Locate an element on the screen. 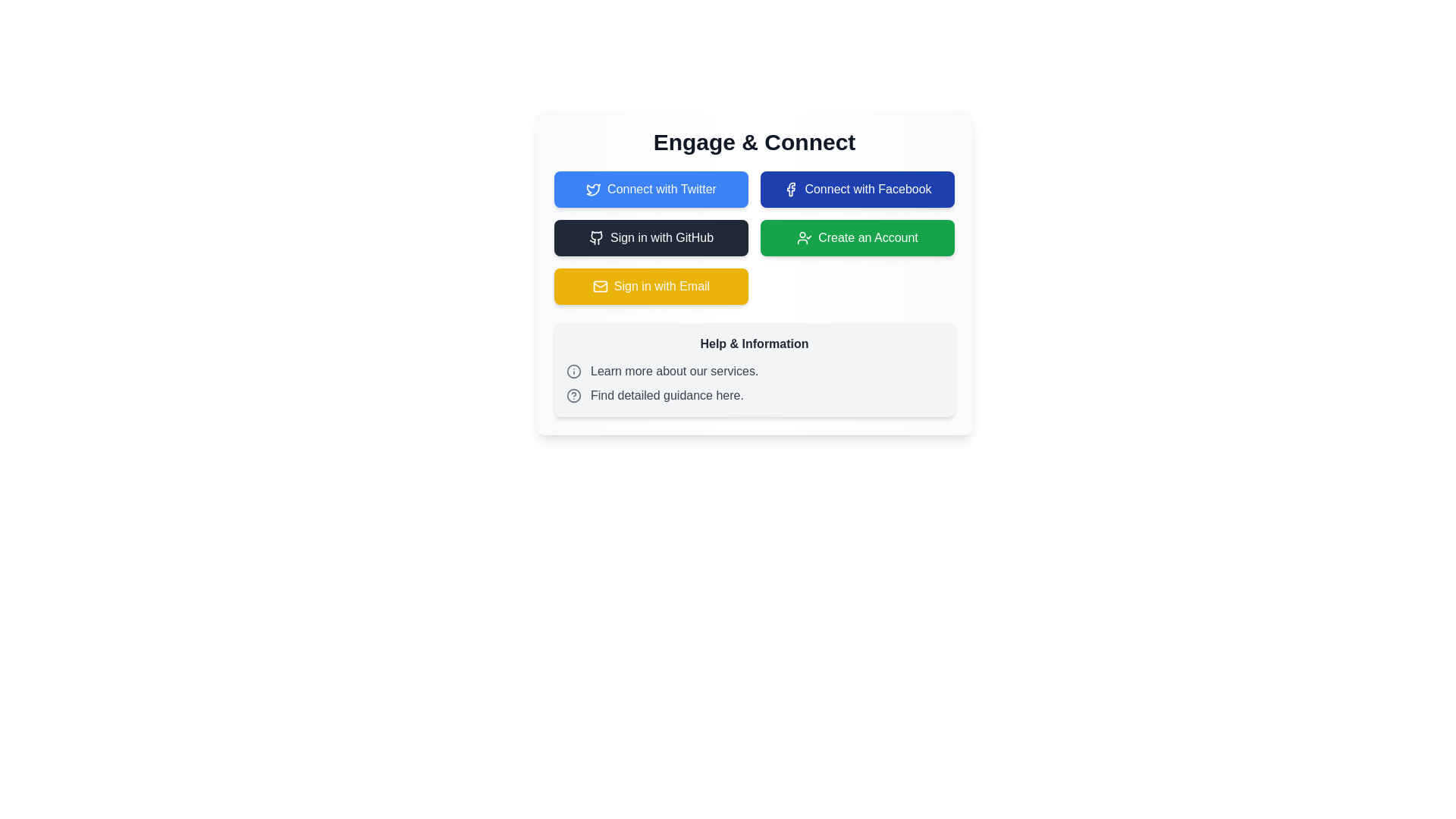 This screenshot has height=819, width=1456. the Informational panel titled 'Help & Information', which contains guidance on services and support is located at coordinates (754, 370).